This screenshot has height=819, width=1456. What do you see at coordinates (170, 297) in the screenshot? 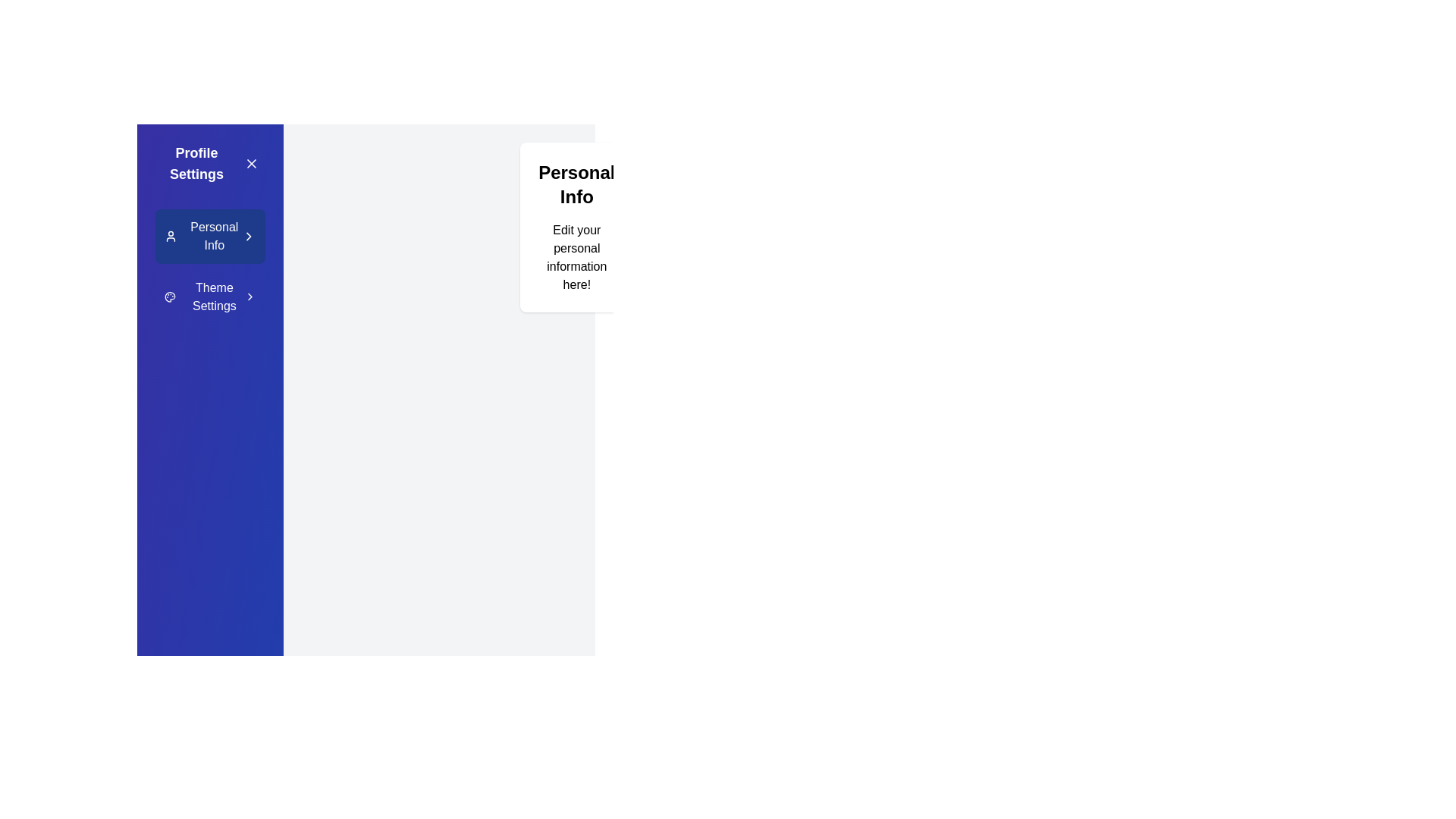
I see `the palette icon located in the left sidebar under the 'Theme Settings' menu item, below 'Personal Info'` at bounding box center [170, 297].